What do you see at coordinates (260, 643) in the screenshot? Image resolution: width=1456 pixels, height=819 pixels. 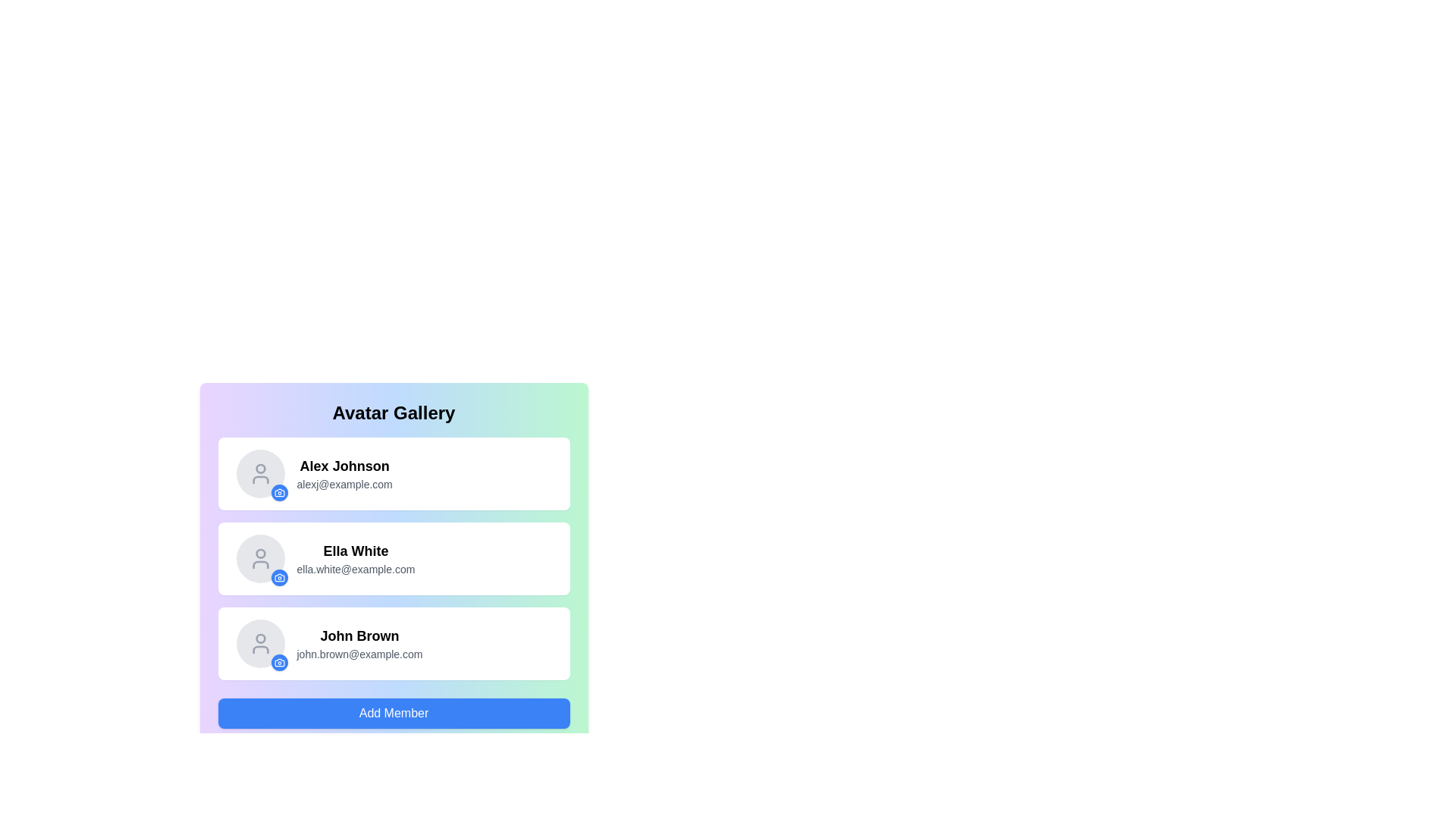 I see `the profile icon representing the user 'John Brown', located in the third user section on the left side` at bounding box center [260, 643].